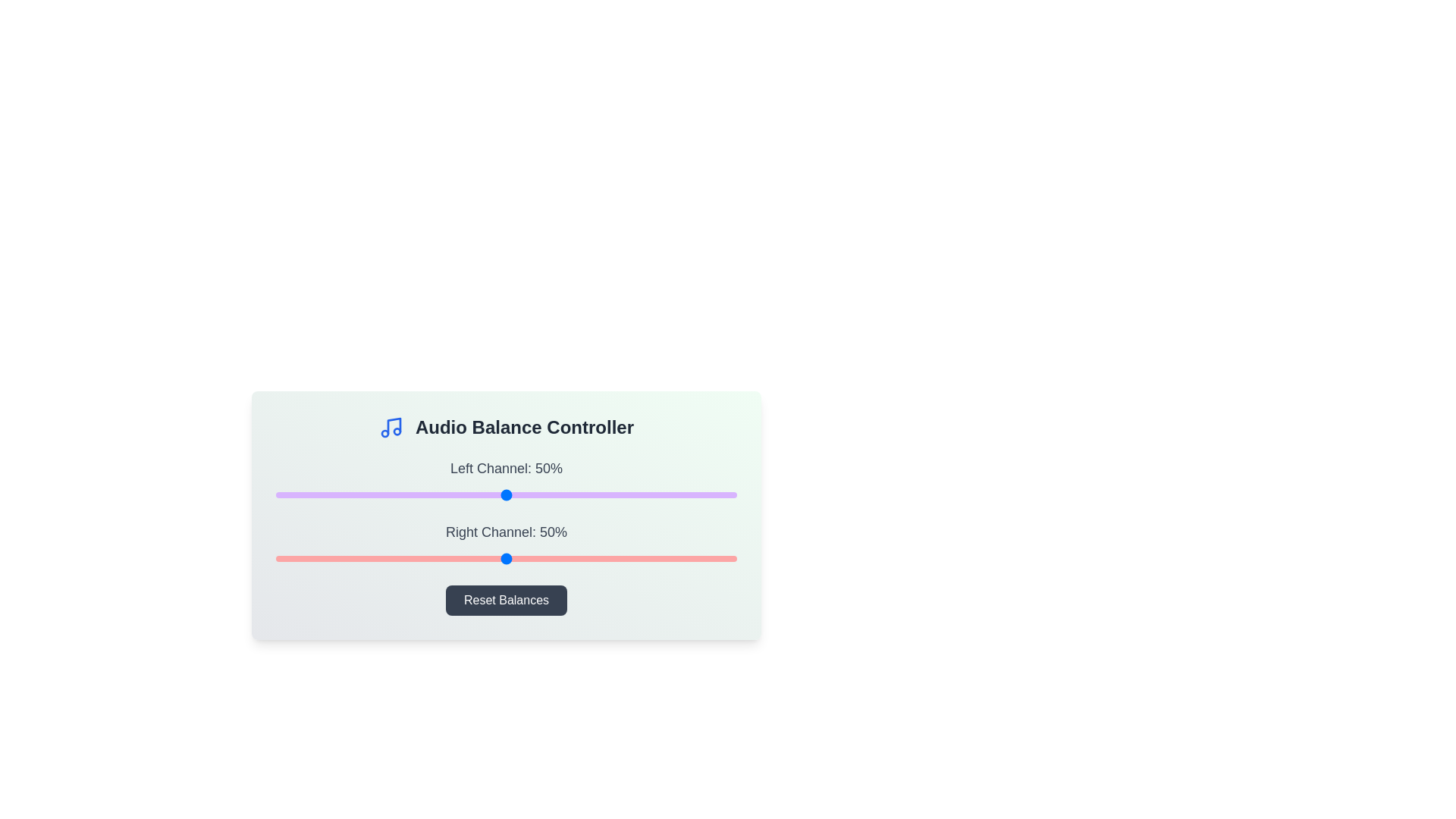 This screenshot has height=819, width=1456. I want to click on the left audio channel balance to 22% using the slider, so click(377, 494).